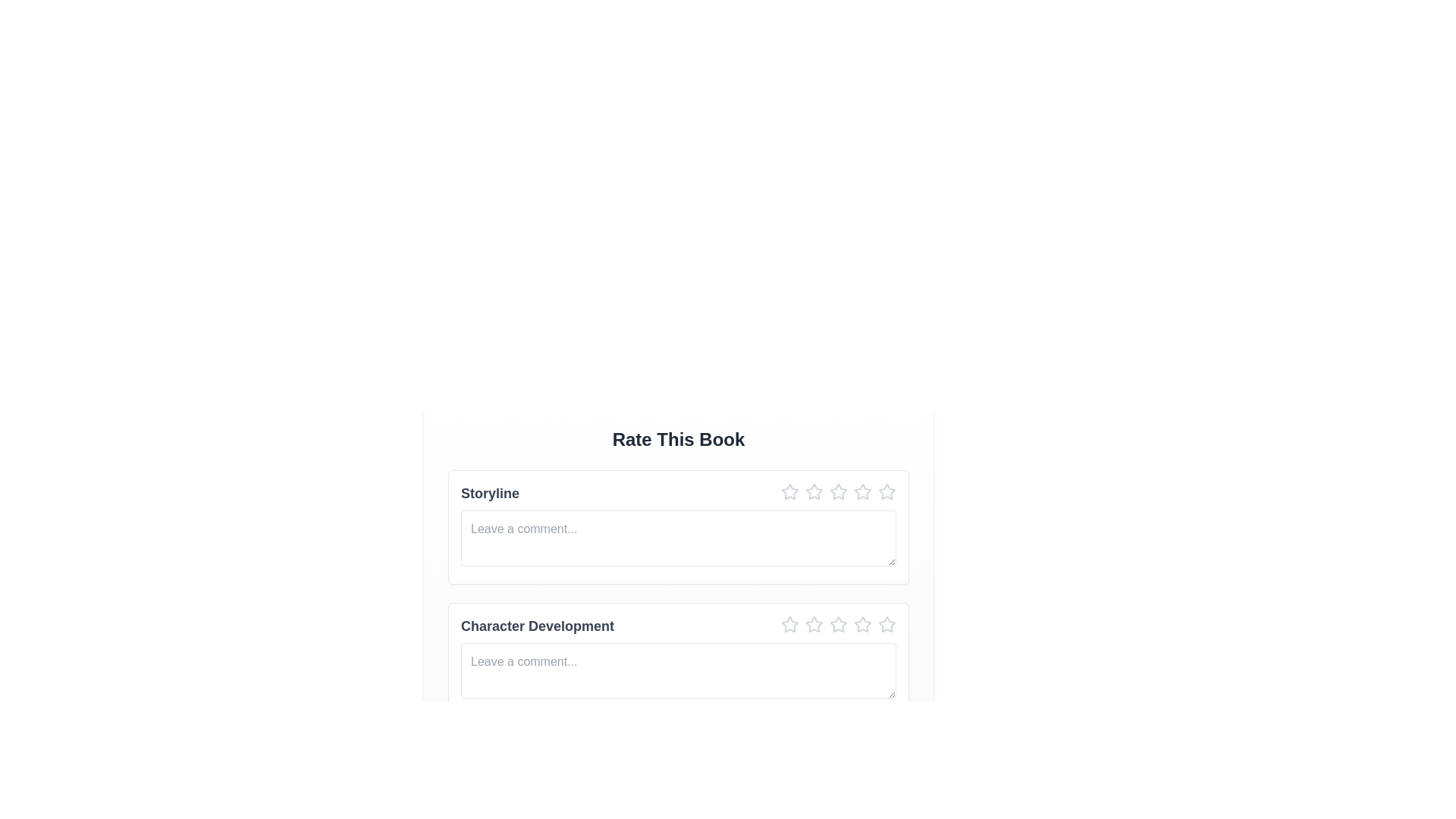 The image size is (1456, 819). Describe the element at coordinates (814, 624) in the screenshot. I see `the second star icon in the rating system under the 'Character Development' section to rate it` at that location.